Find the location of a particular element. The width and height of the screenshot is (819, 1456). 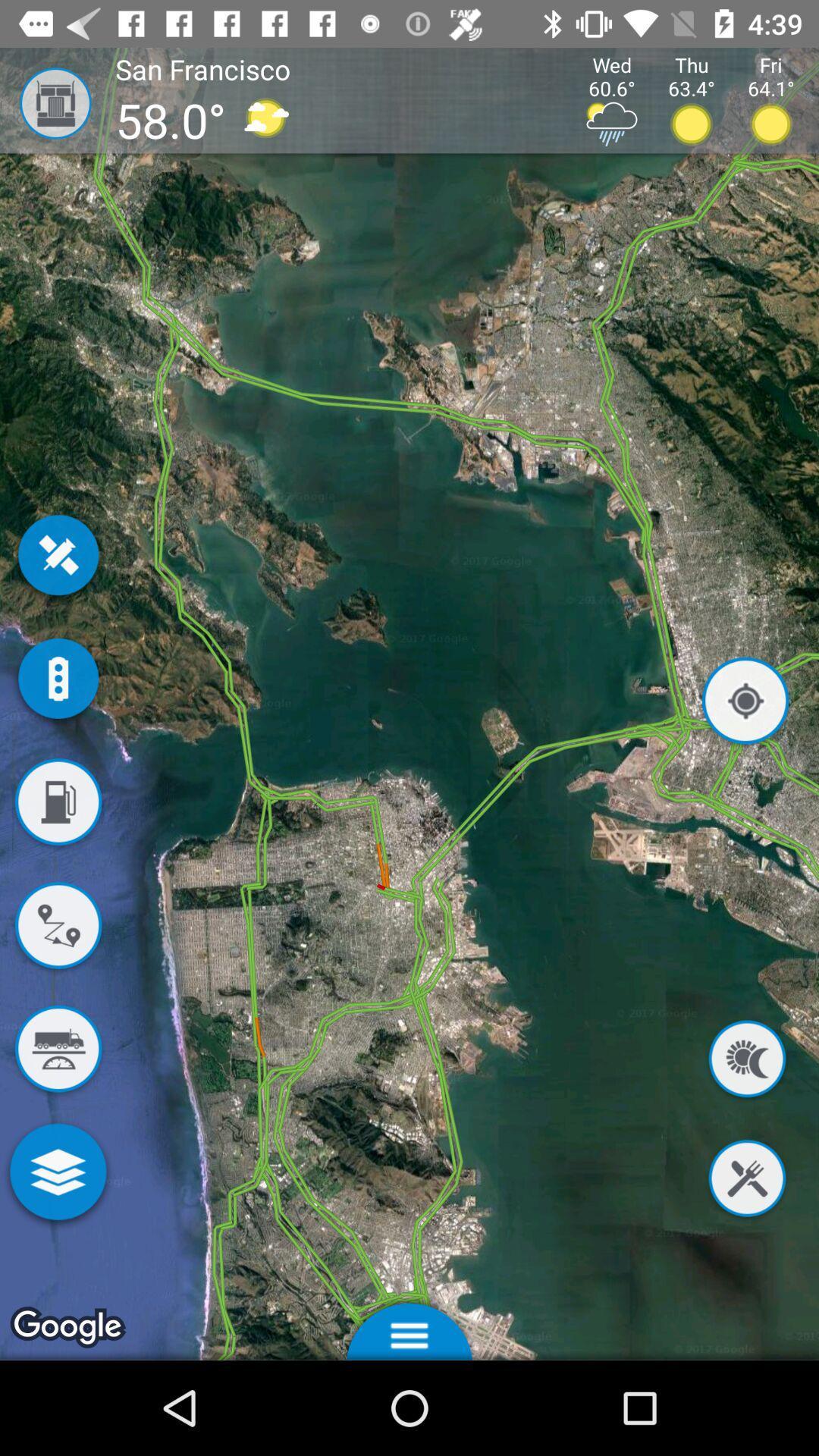

the menu icon is located at coordinates (409, 1326).